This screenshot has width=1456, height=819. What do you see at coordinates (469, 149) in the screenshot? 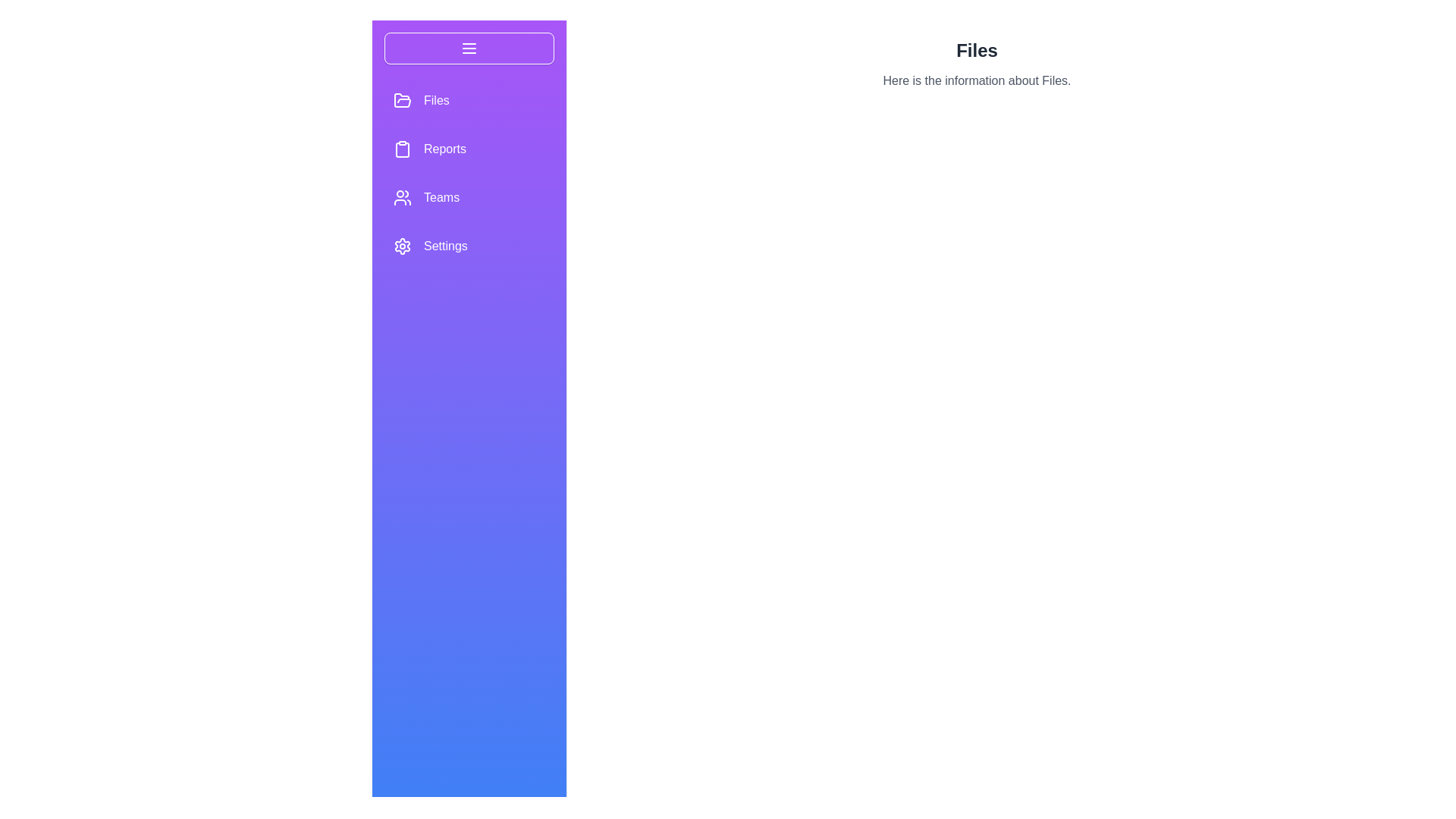
I see `the menu option Reports to display its hover effect` at bounding box center [469, 149].